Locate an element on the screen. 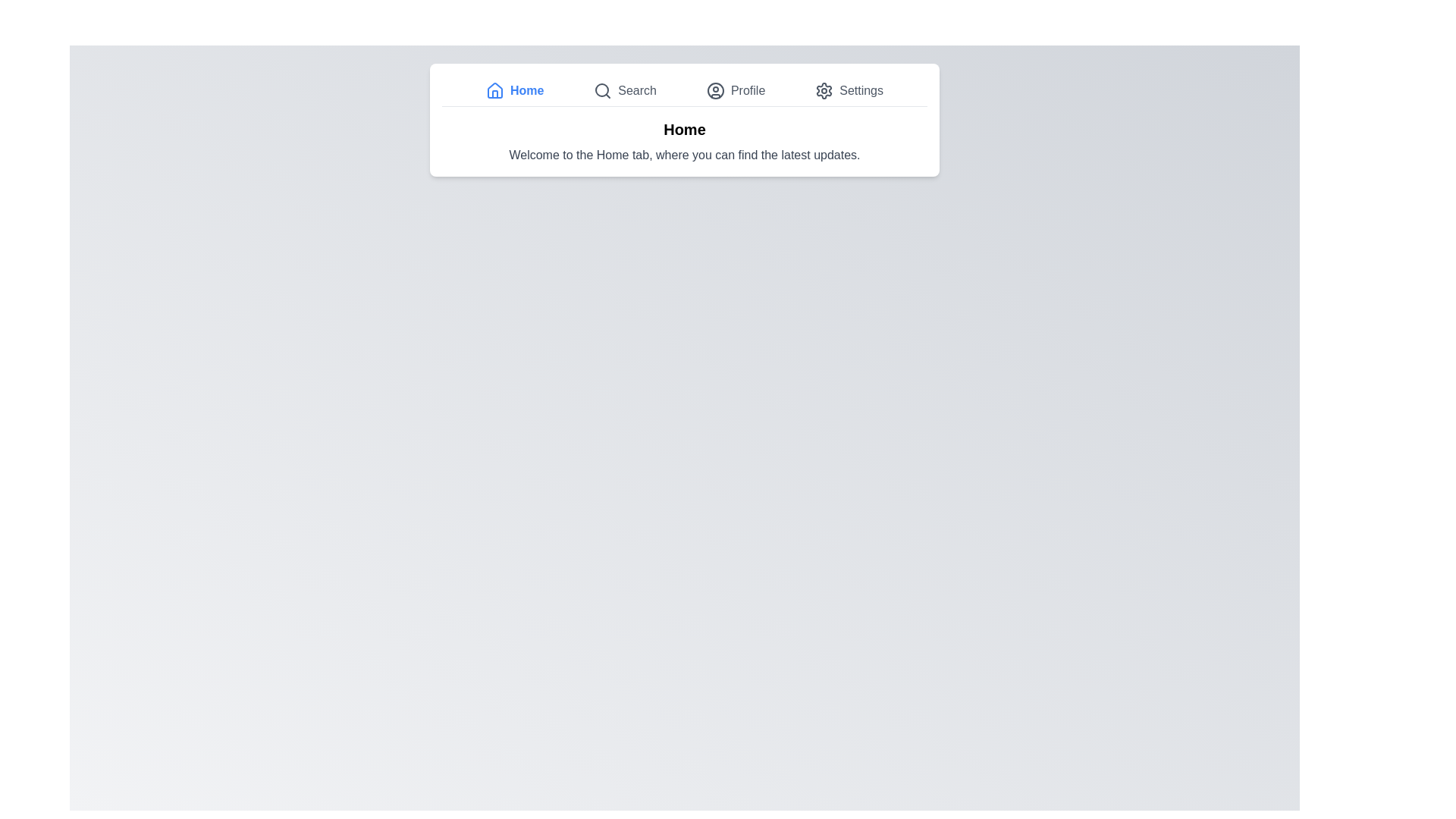 Image resolution: width=1456 pixels, height=819 pixels. the 'Settings' text element located in the top navigation bar, which is styled in gray and positioned to the right of a gear icon is located at coordinates (861, 90).